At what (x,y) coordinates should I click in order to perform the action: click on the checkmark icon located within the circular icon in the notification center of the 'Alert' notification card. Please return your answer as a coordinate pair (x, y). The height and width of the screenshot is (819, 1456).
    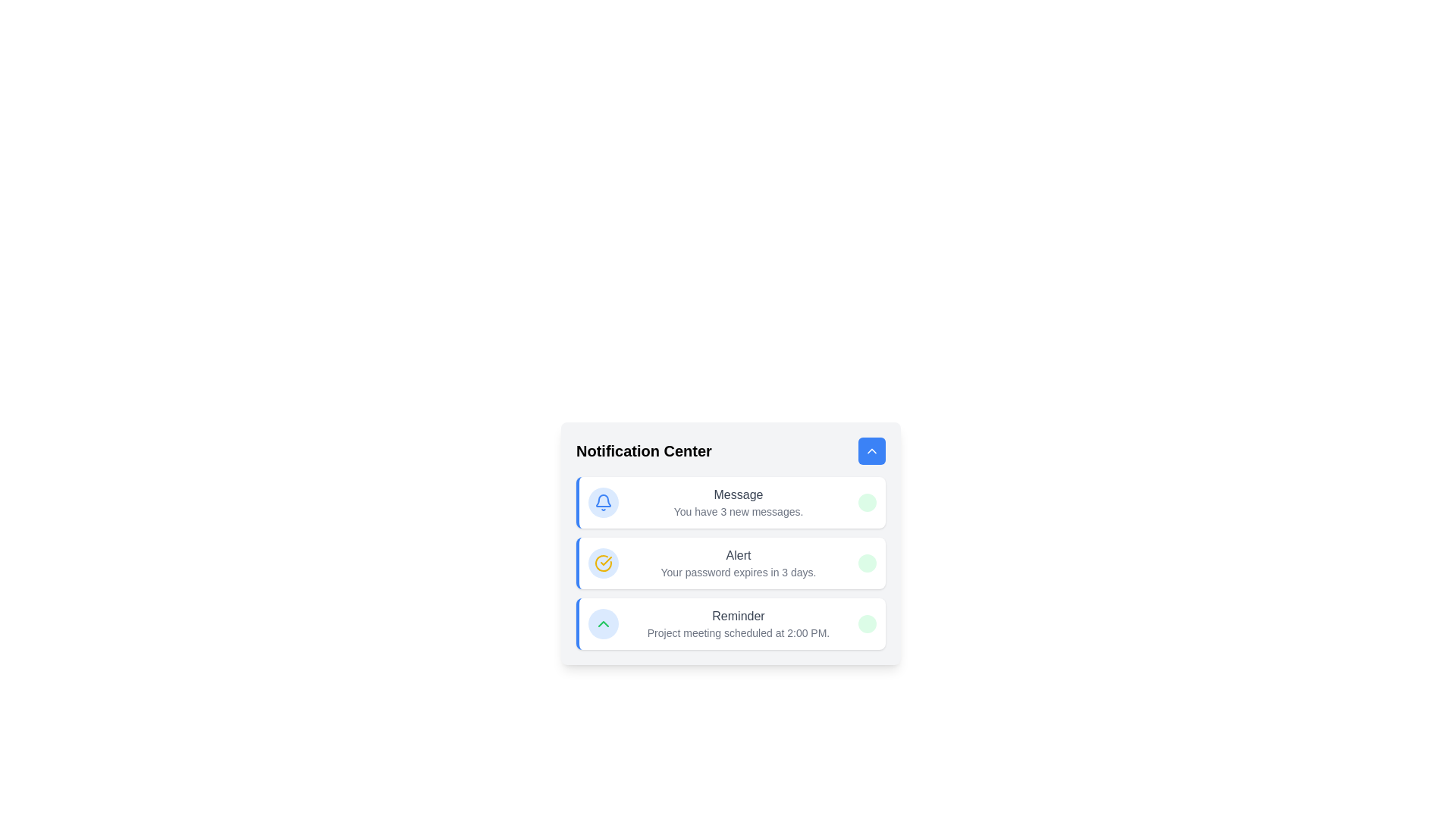
    Looking at the image, I should click on (605, 561).